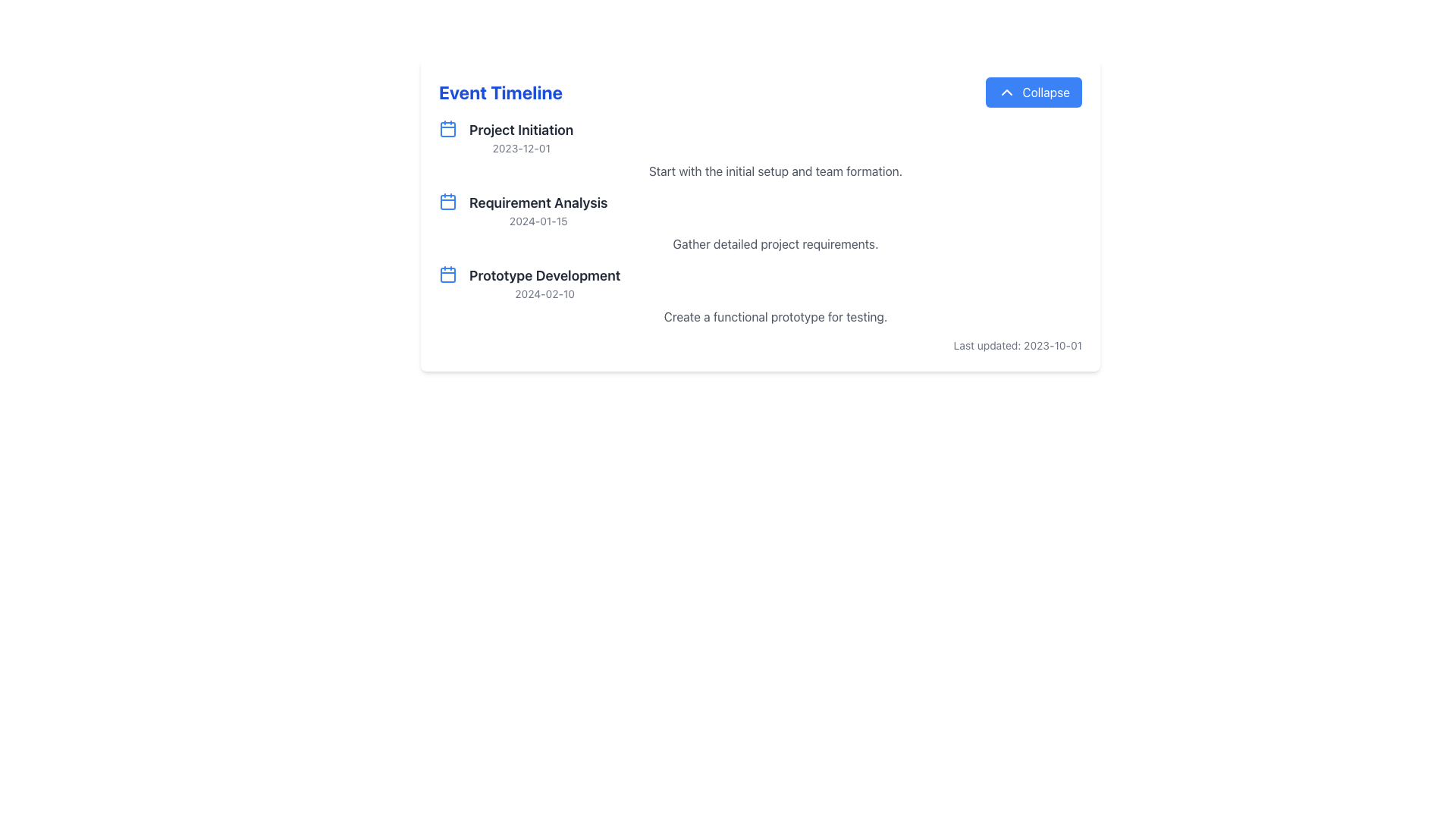 The image size is (1456, 819). Describe the element at coordinates (761, 243) in the screenshot. I see `the text label displaying 'Gather detailed project requirements.' which is styled in muted gray color and located below the 'Requirement Analysis' section` at that location.